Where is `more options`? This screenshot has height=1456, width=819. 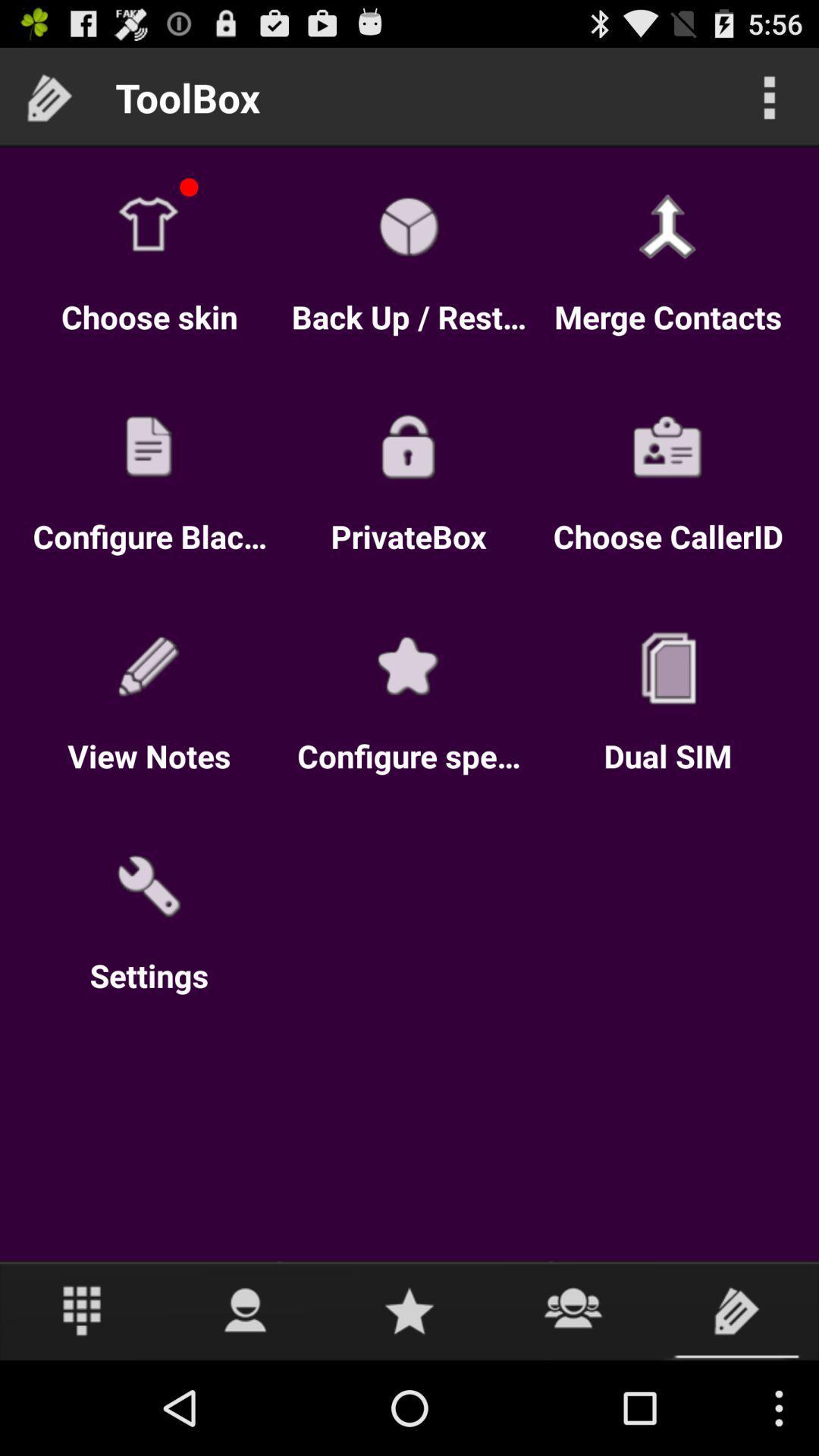
more options is located at coordinates (769, 96).